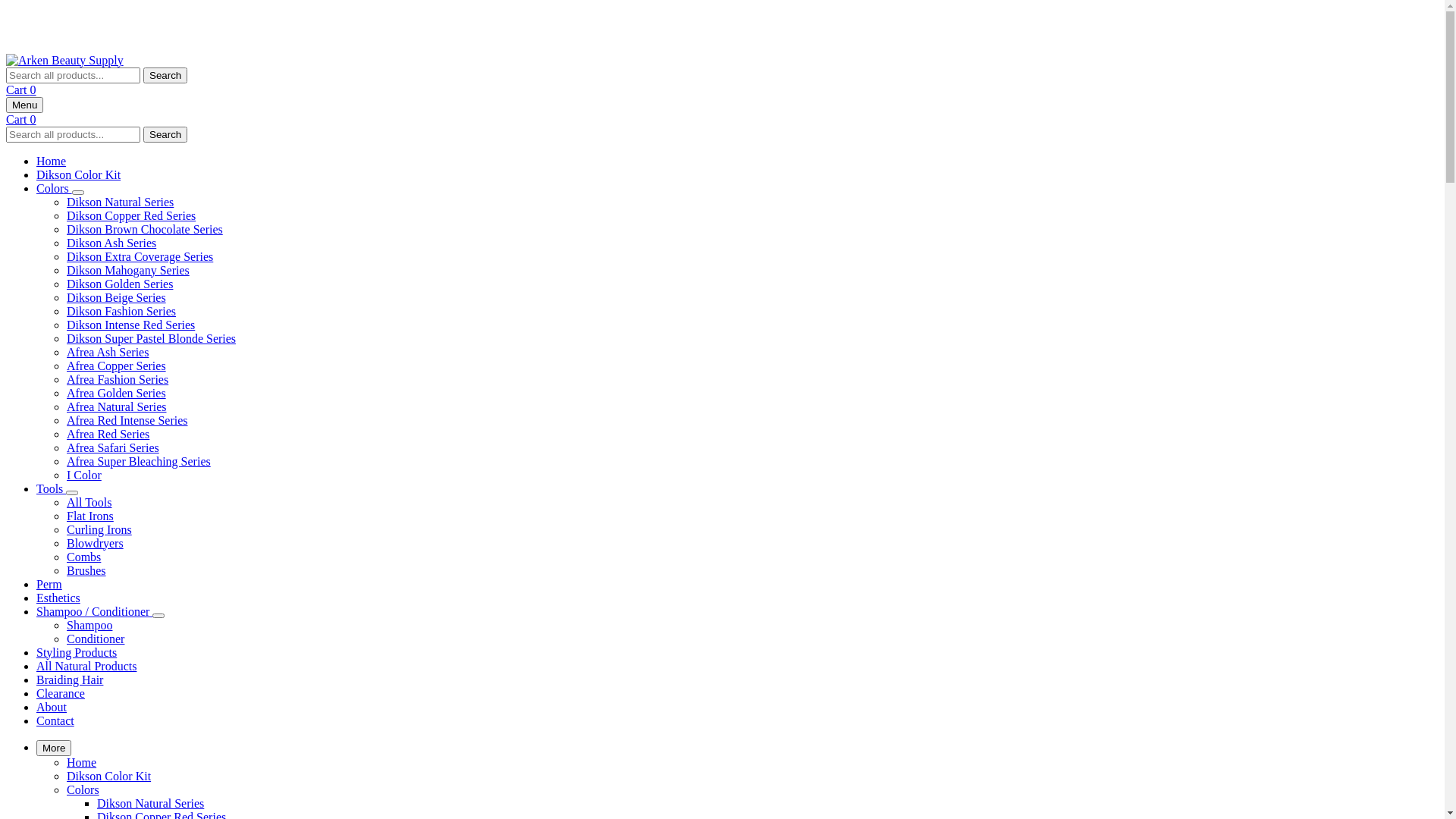 This screenshot has height=819, width=1456. Describe the element at coordinates (77, 174) in the screenshot. I see `'Dikson Color Kit'` at that location.